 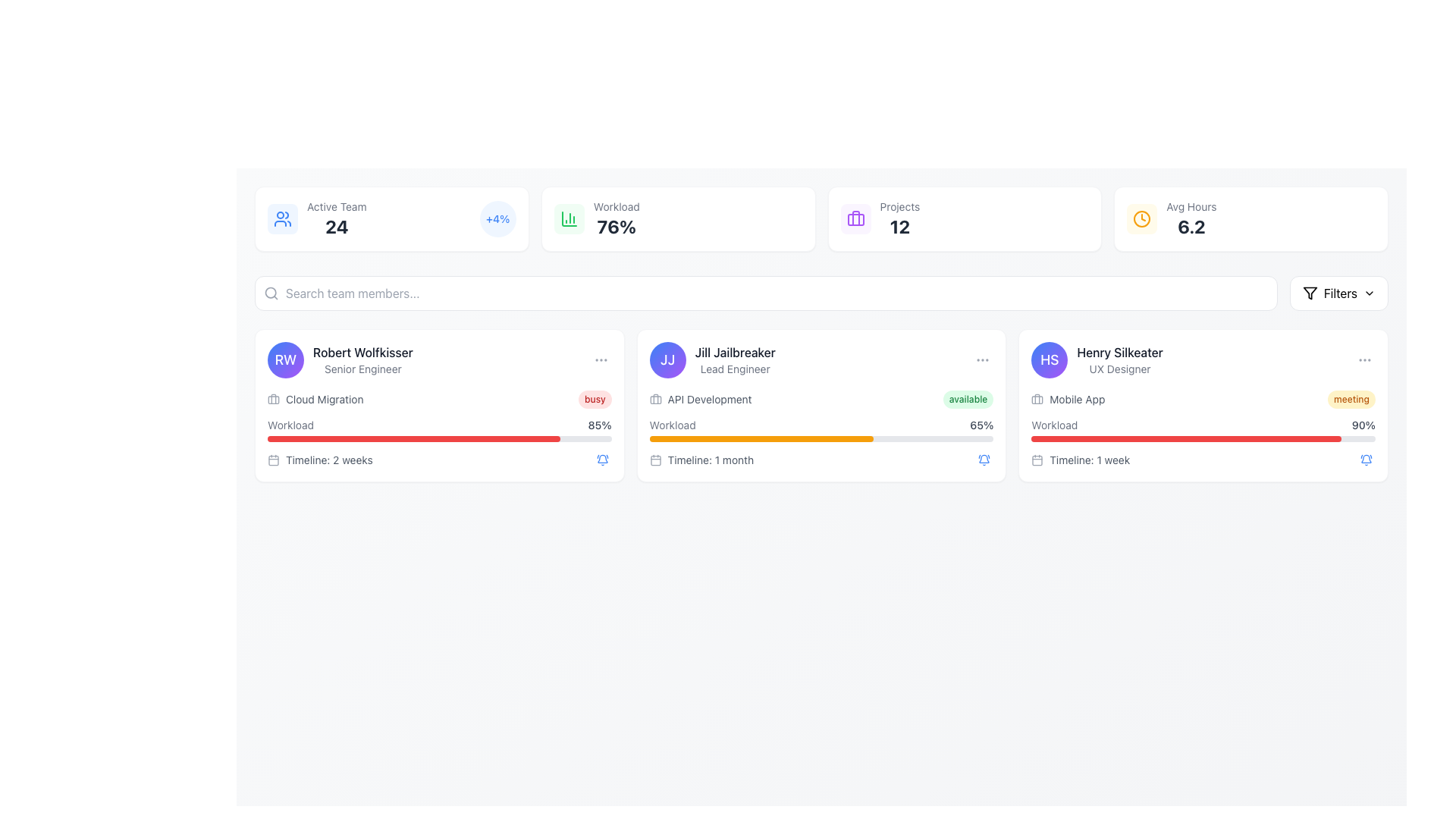 I want to click on the calendar icon located in the first card under the 'Timeline: 2 weeks' text, which serves as an indicative element of the timeline, so click(x=273, y=459).